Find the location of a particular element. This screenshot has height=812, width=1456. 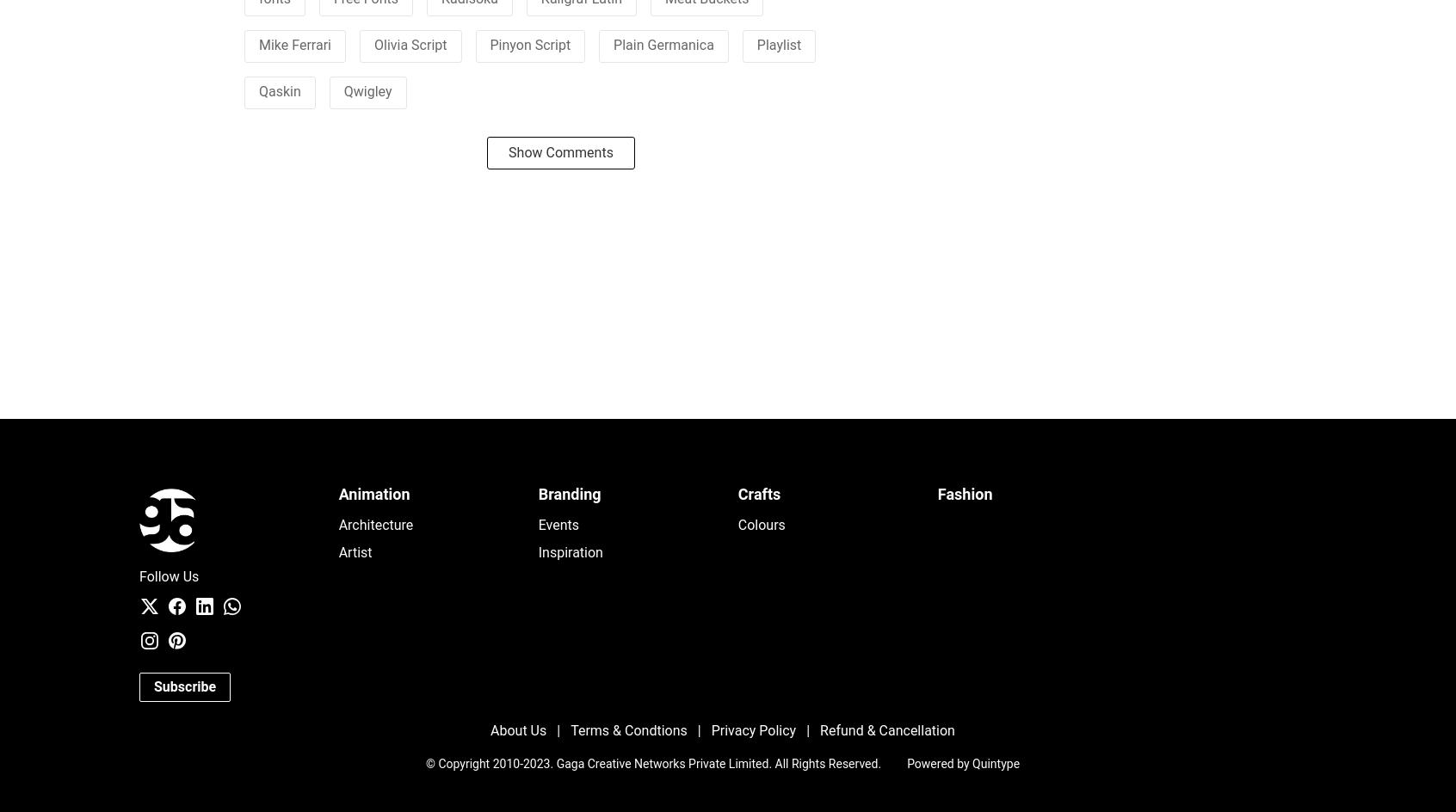

'Colours' is located at coordinates (760, 525).